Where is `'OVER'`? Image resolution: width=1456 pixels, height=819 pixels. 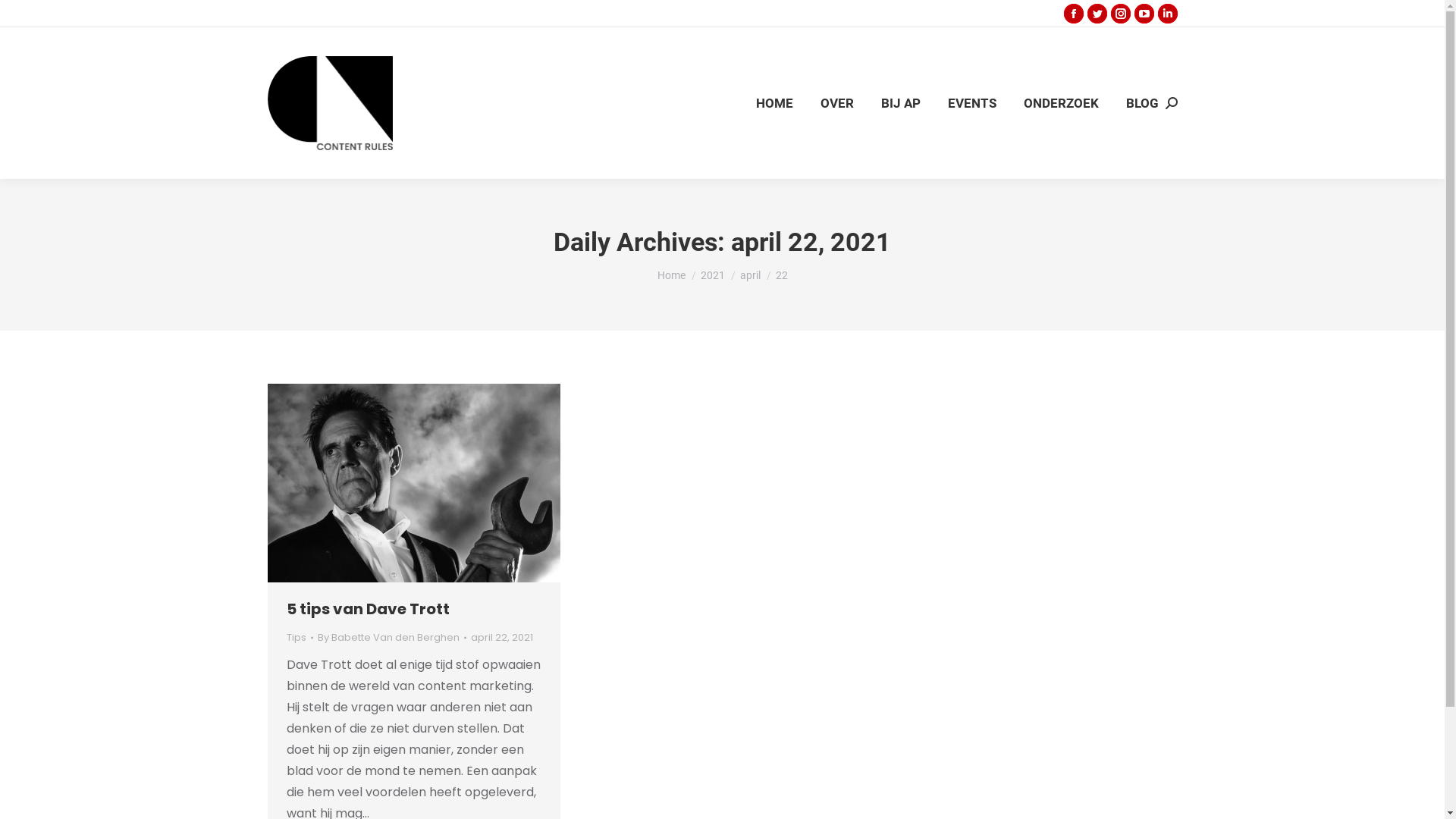 'OVER' is located at coordinates (817, 102).